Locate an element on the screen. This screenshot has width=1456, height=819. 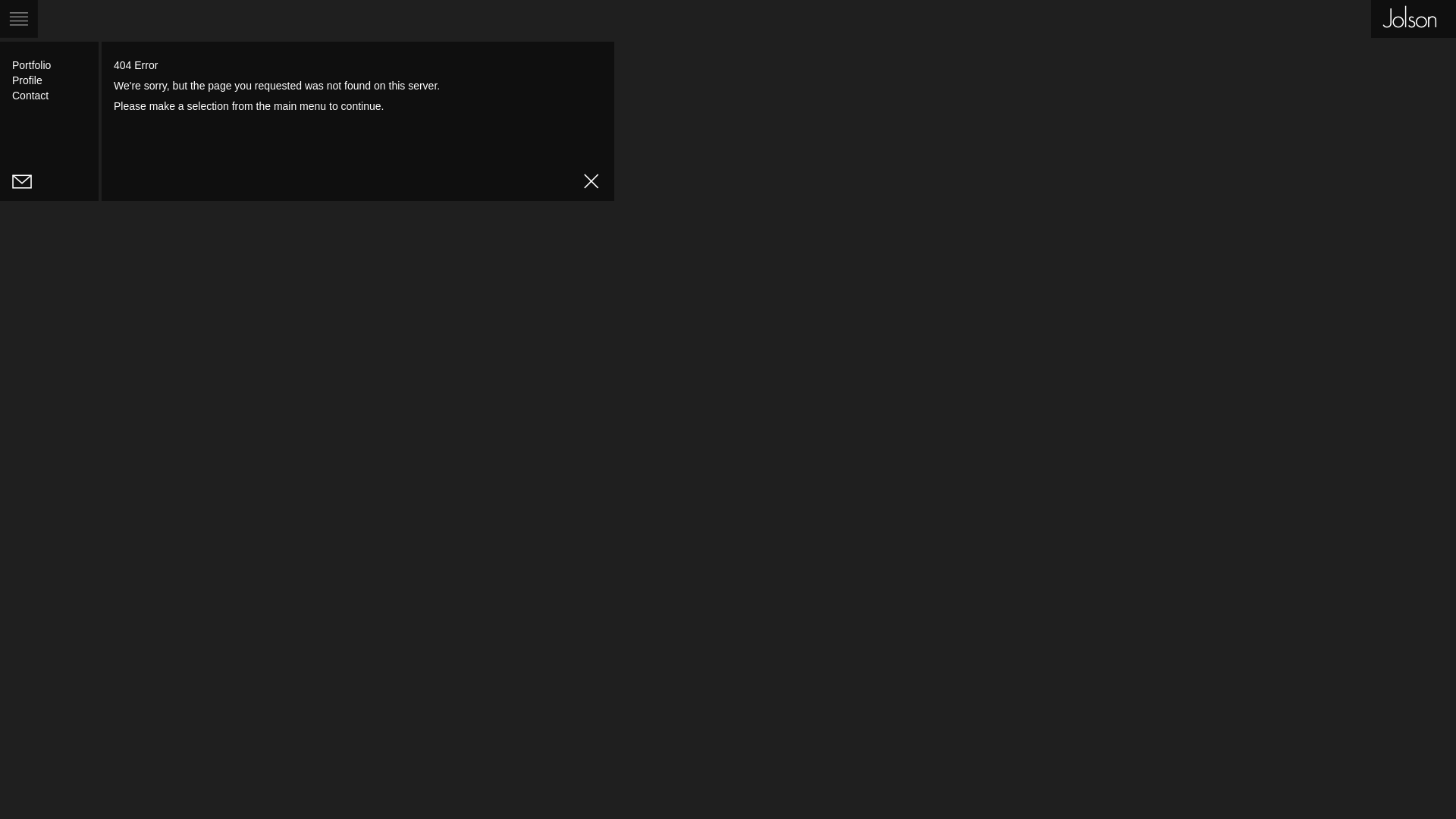
'Portfolio' is located at coordinates (31, 64).